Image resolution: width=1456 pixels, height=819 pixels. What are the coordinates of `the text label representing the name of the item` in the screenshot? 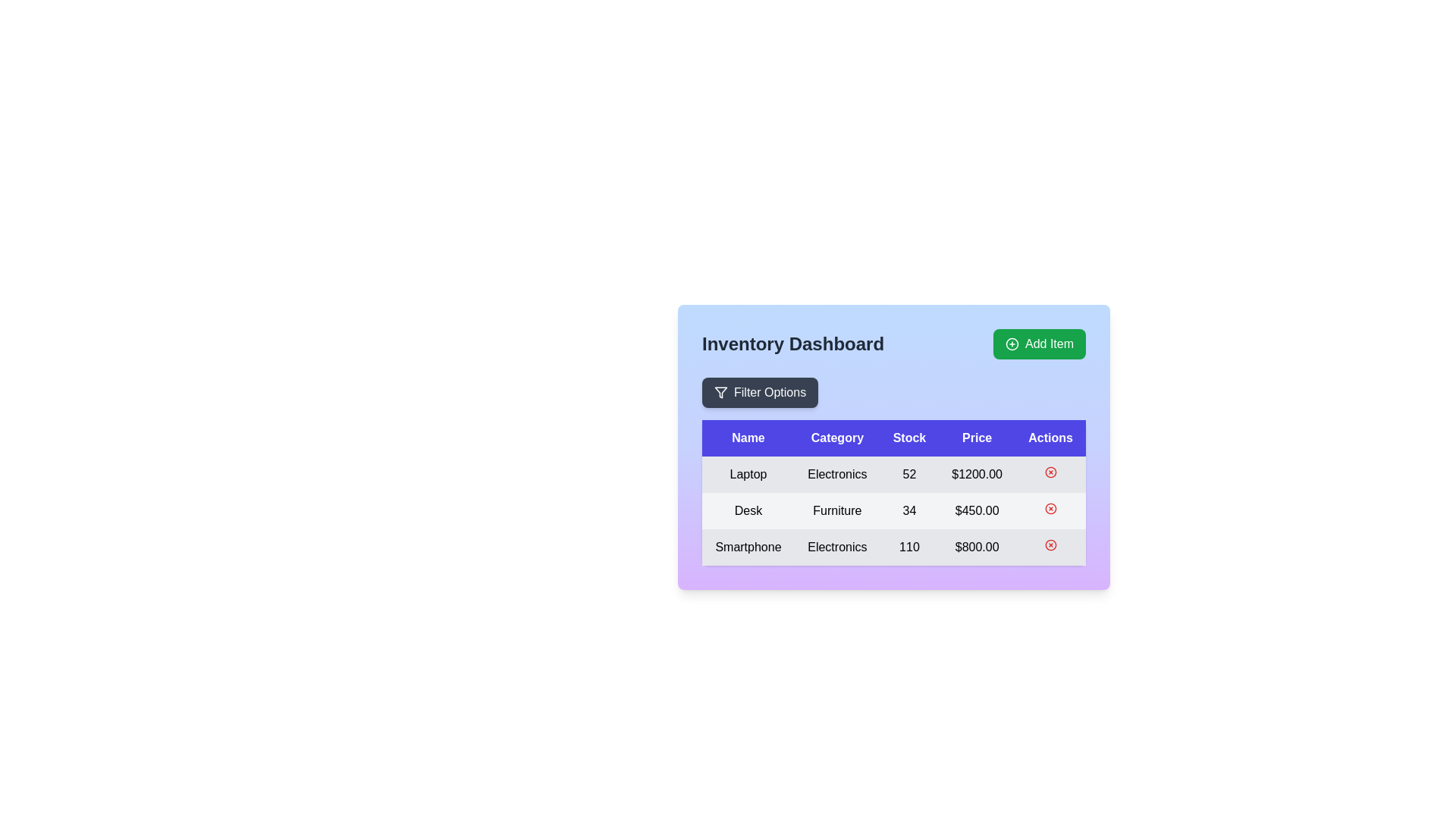 It's located at (748, 511).